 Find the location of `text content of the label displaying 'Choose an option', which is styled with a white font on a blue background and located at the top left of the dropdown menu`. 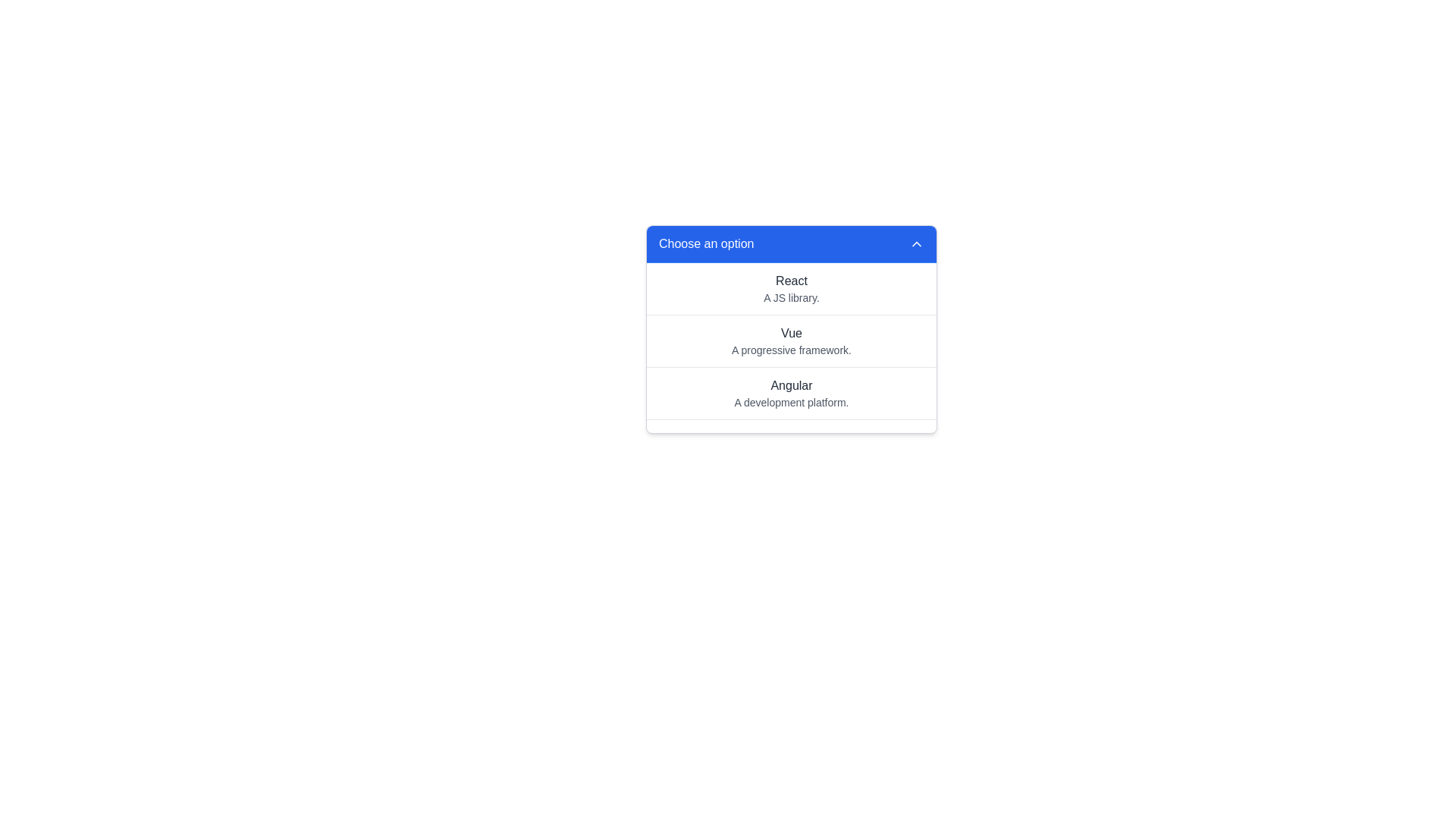

text content of the label displaying 'Choose an option', which is styled with a white font on a blue background and located at the top left of the dropdown menu is located at coordinates (705, 243).